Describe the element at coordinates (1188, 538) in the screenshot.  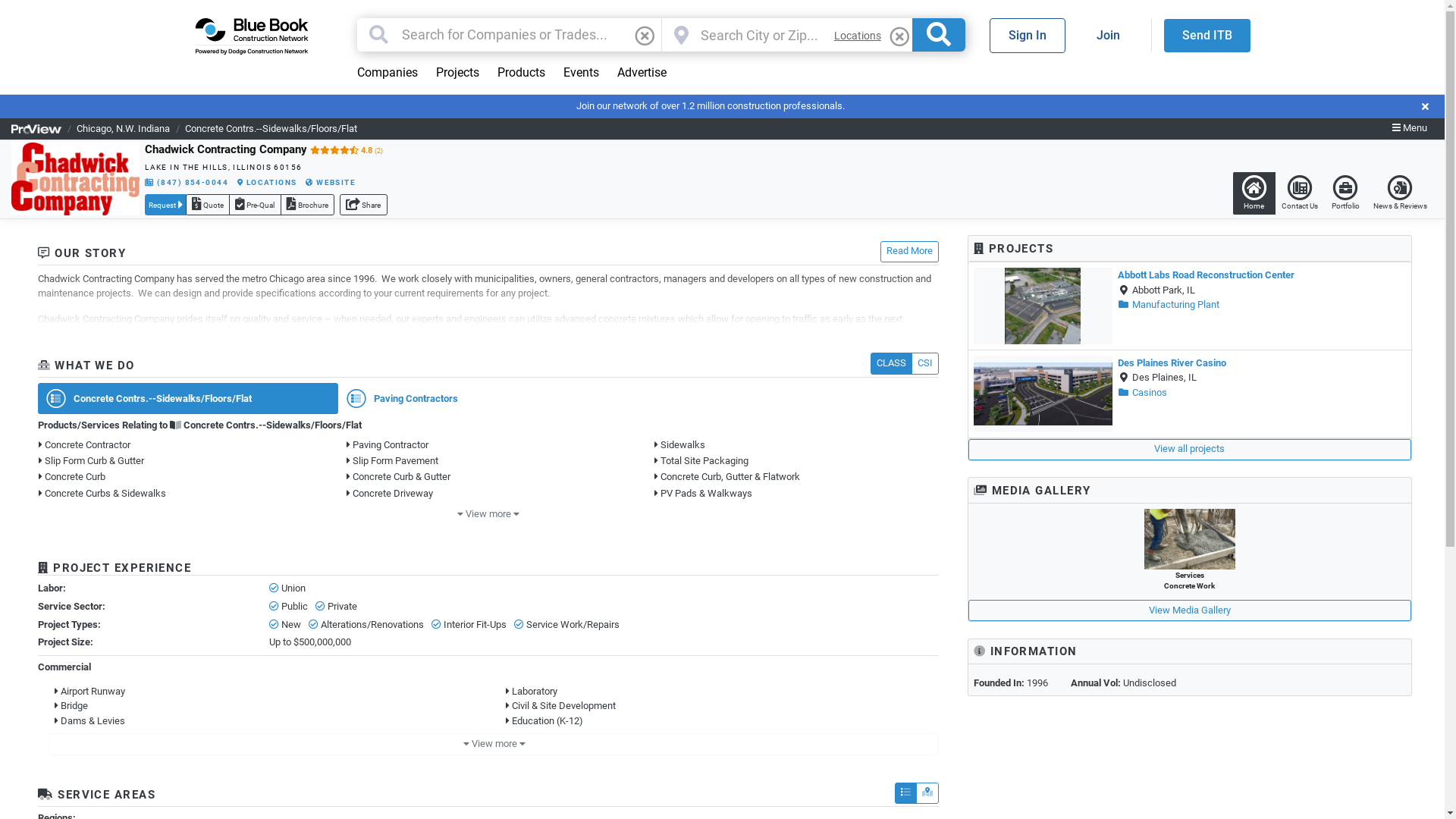
I see `'Services'` at that location.